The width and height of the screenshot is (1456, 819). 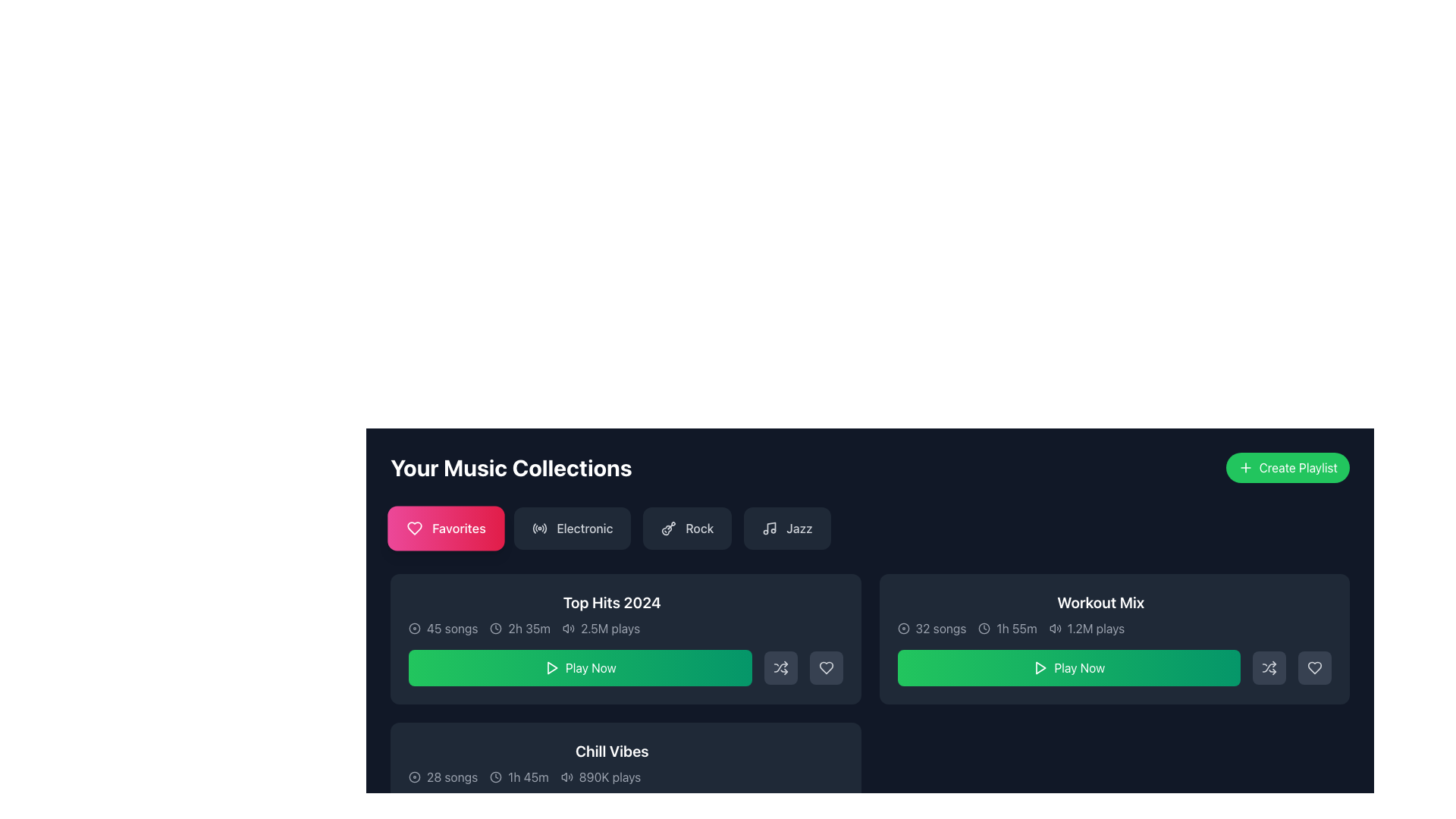 What do you see at coordinates (1313, 667) in the screenshot?
I see `the favorite button located at the far right of the horizontal row under the 'Workout Mix' section to favorite or unfavorite the playlist` at bounding box center [1313, 667].